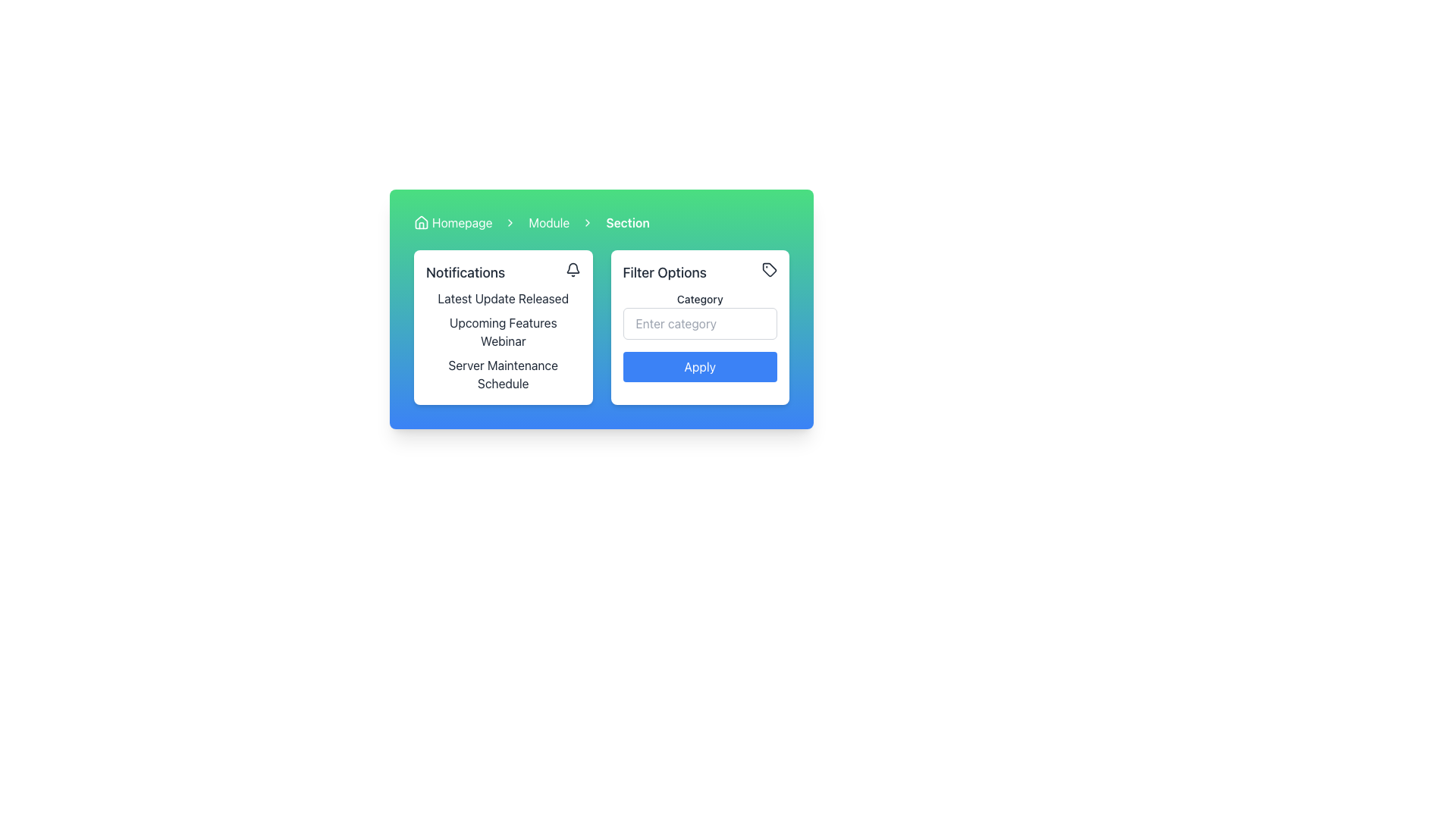 Image resolution: width=1456 pixels, height=819 pixels. I want to click on the chevron icon that separates the 'Module' and 'Section' texts in the breadcrumbs, indicating a navigational relationship, so click(587, 222).